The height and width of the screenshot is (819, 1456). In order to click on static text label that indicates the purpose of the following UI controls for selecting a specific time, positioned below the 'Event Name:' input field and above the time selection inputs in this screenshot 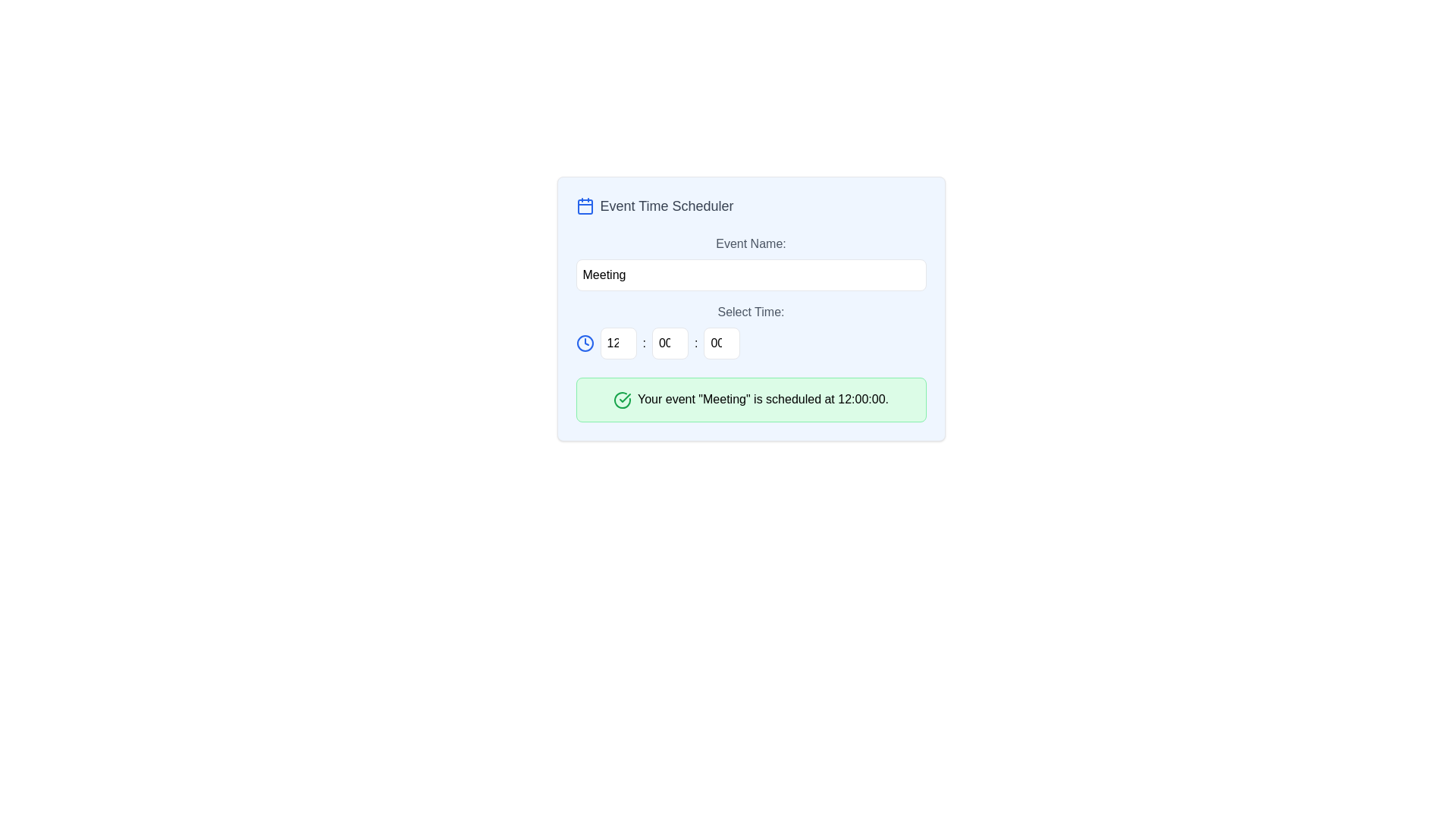, I will do `click(751, 312)`.